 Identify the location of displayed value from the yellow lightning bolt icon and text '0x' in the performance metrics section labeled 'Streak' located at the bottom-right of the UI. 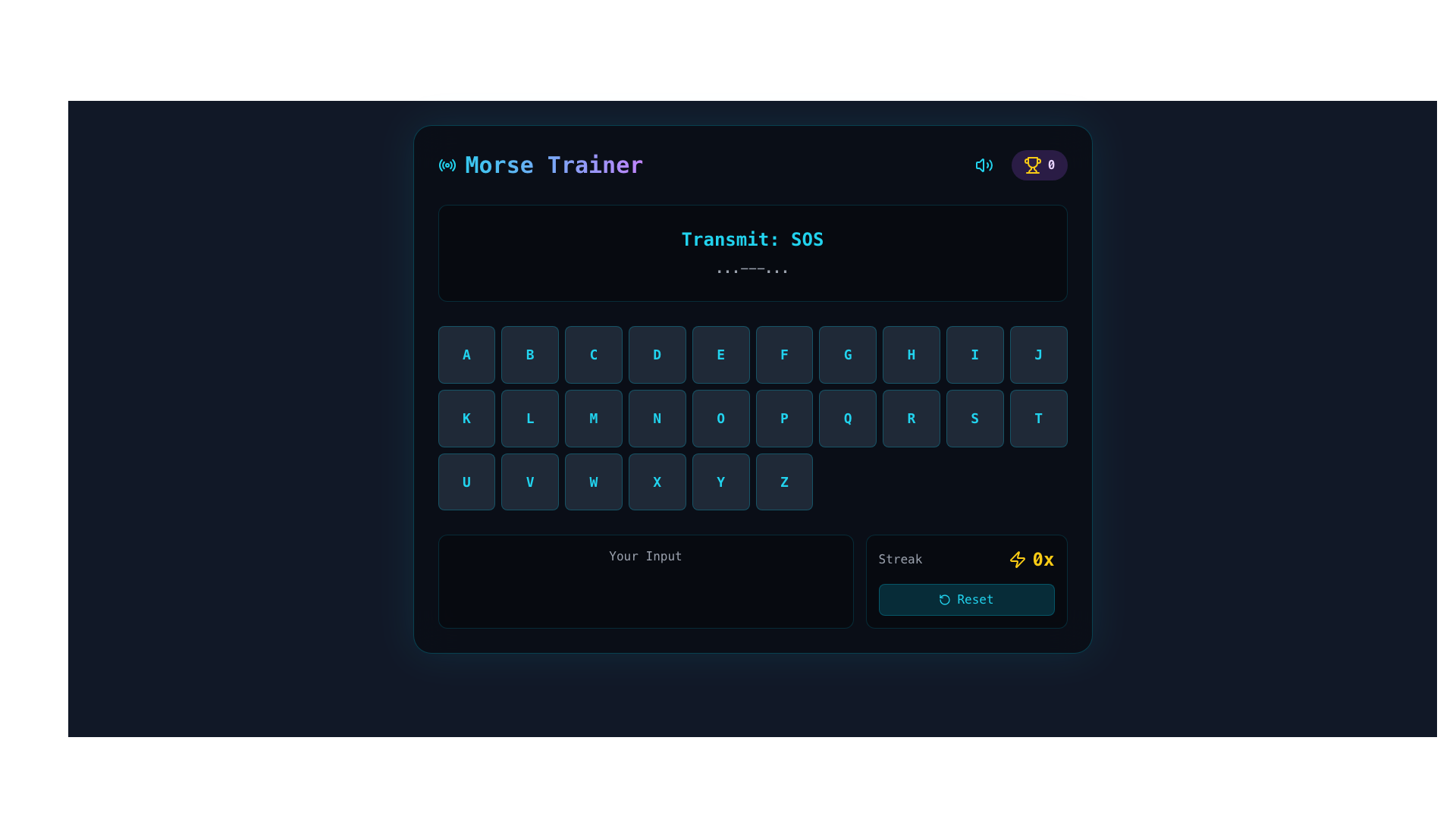
(1031, 560).